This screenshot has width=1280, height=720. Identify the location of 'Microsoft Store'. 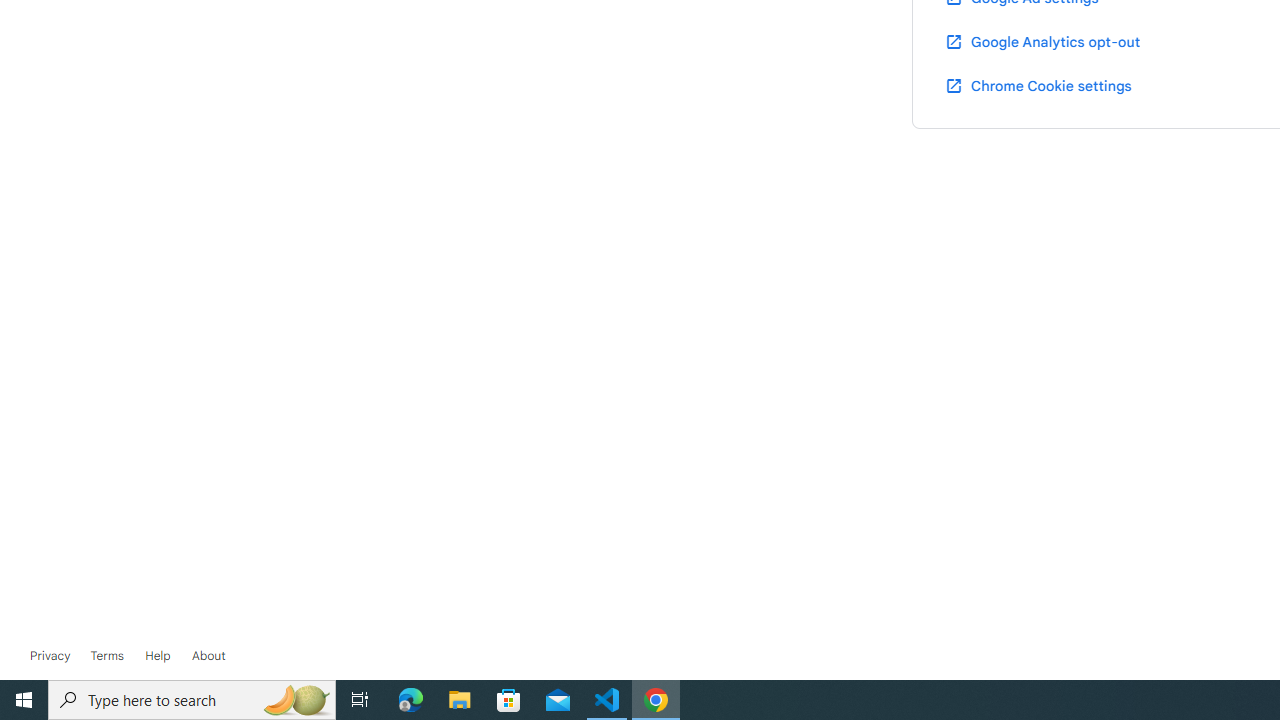
(509, 698).